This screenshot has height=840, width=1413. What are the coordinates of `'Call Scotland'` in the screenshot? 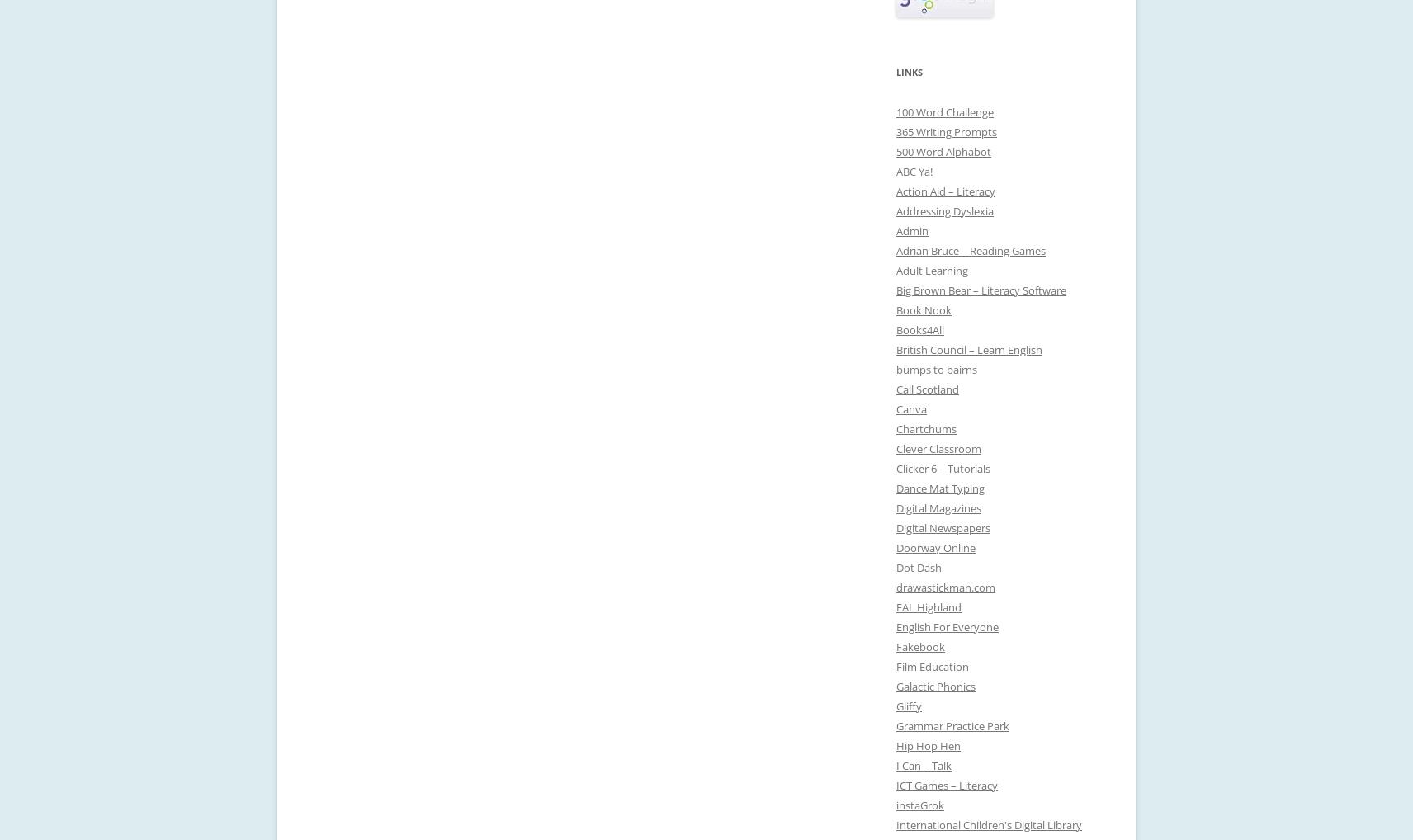 It's located at (896, 389).